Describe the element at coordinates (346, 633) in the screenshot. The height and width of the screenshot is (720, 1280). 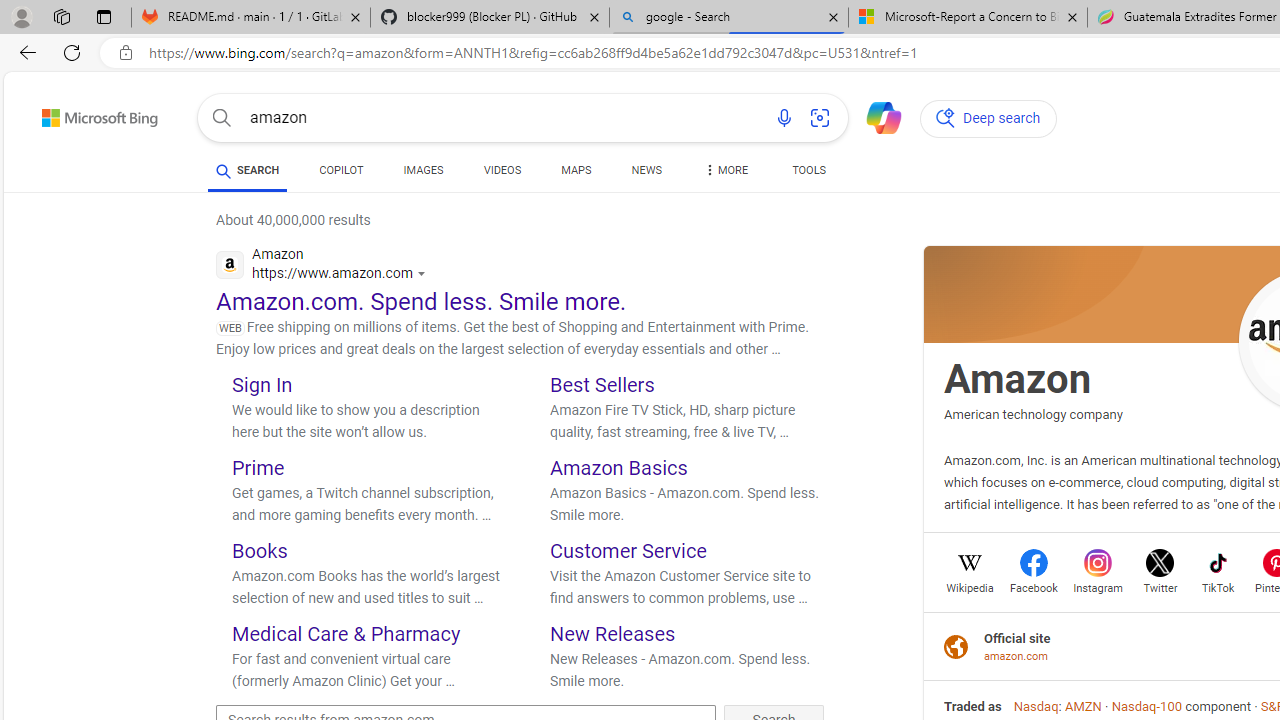
I see `'Medical Care & Pharmacy'` at that location.